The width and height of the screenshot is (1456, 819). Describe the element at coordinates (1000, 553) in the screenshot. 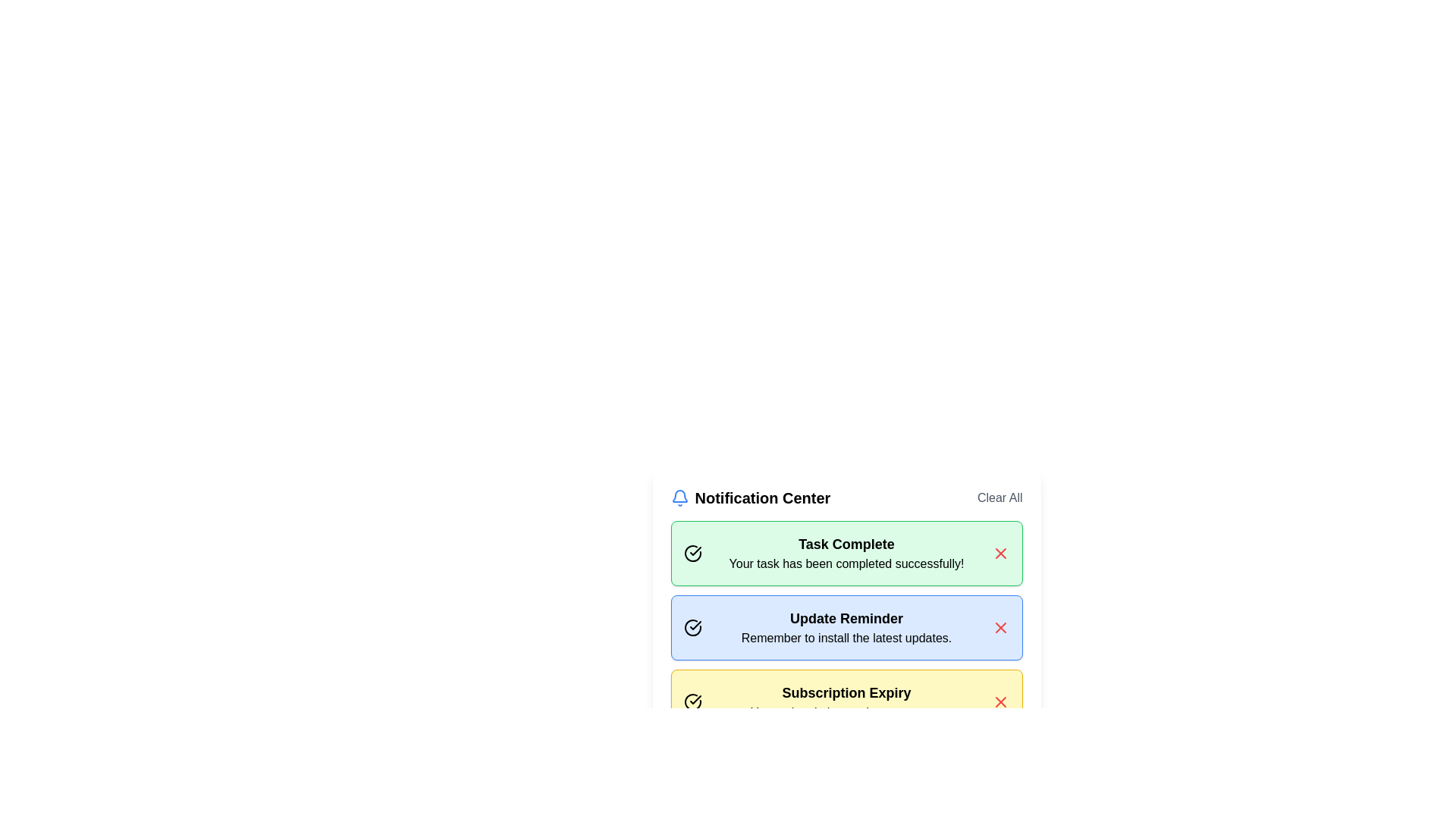

I see `the dismiss button located in the top-right corner of the 'Task Complete' notification card` at that location.